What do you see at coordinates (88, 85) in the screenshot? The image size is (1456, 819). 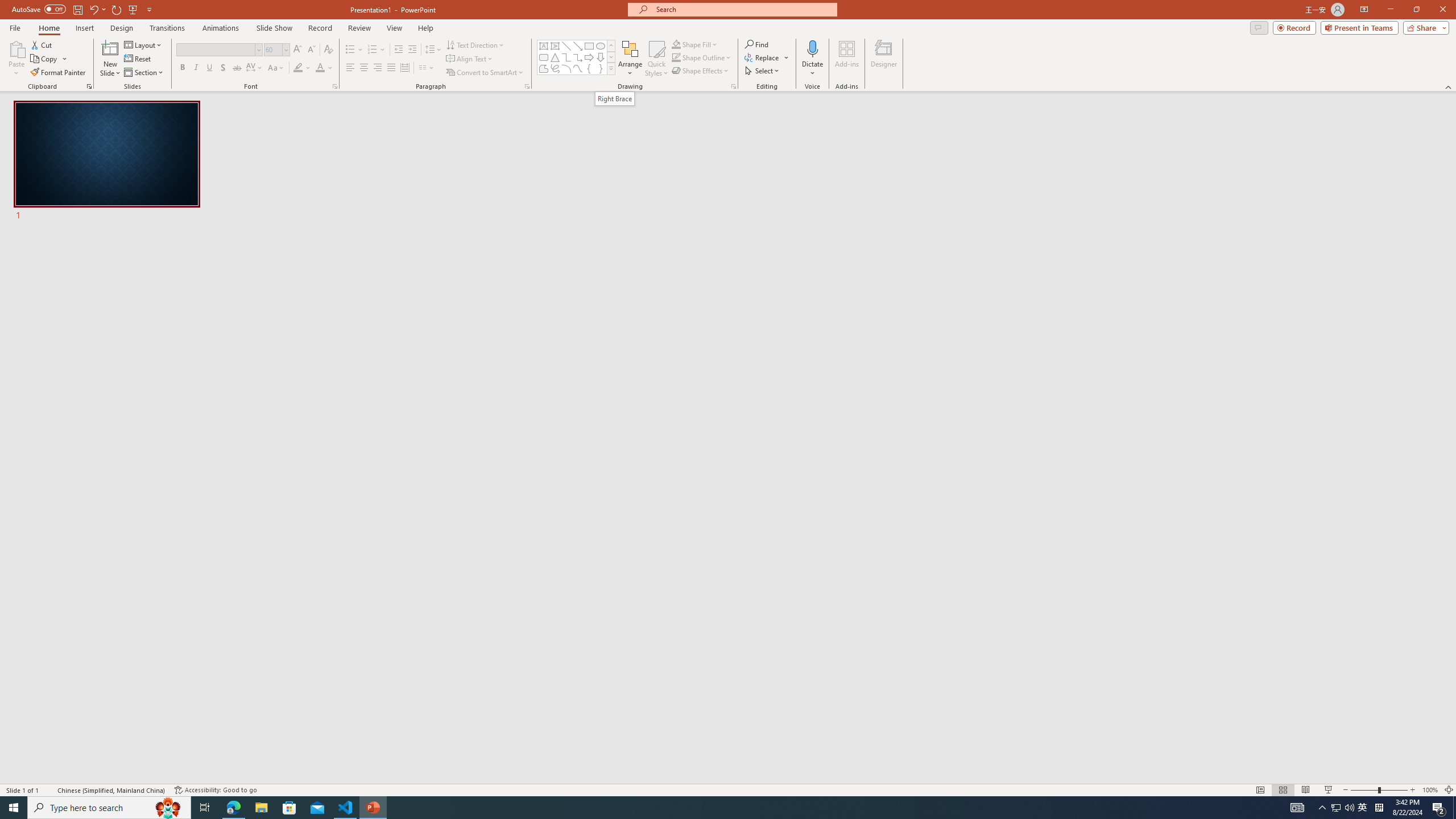 I see `'Office Clipboard...'` at bounding box center [88, 85].